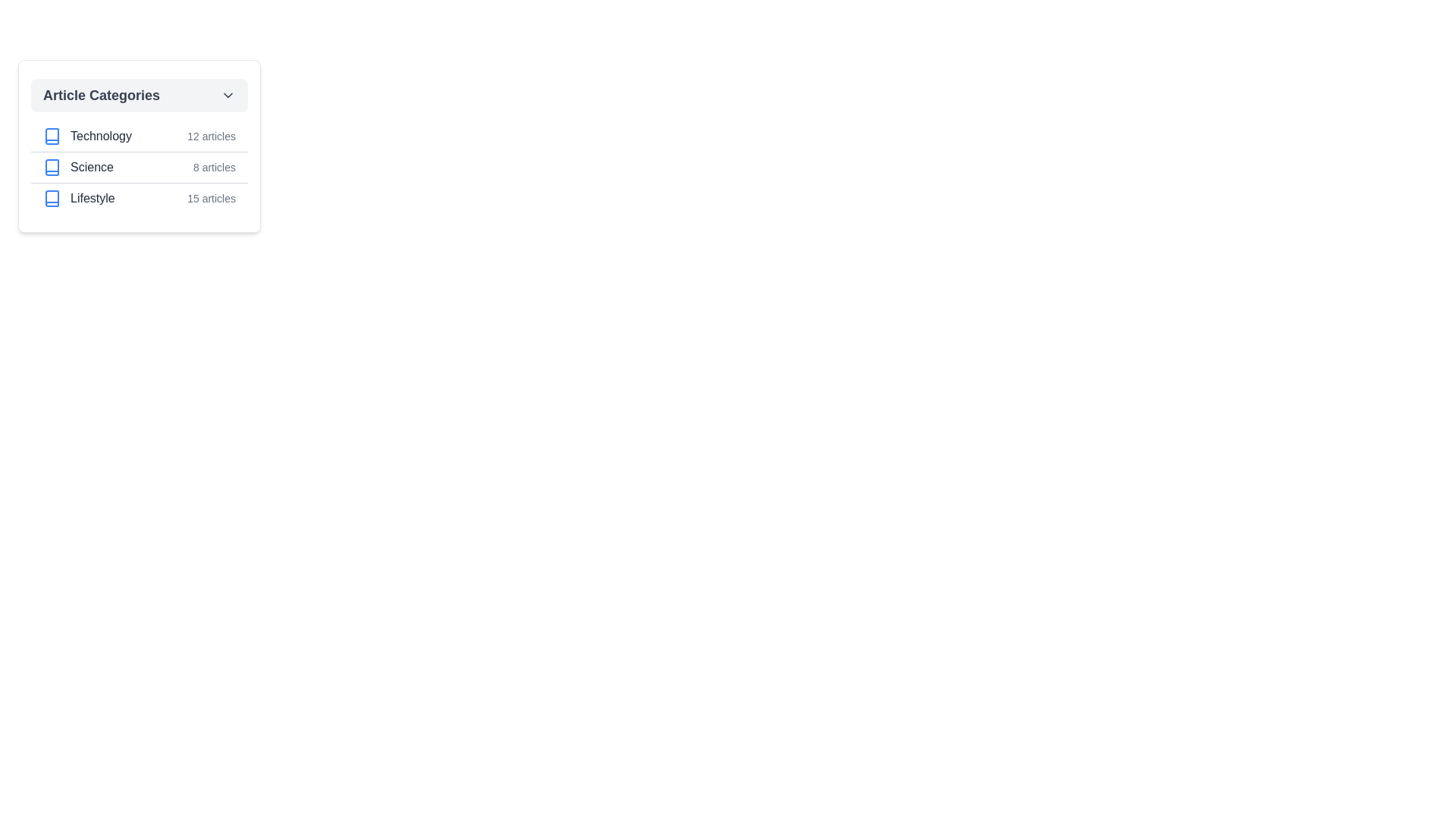  Describe the element at coordinates (211, 136) in the screenshot. I see `the text label displaying '12 articles' which is styled in gray and positioned to the right of 'Technology' in the 'Article Categories' section` at that location.